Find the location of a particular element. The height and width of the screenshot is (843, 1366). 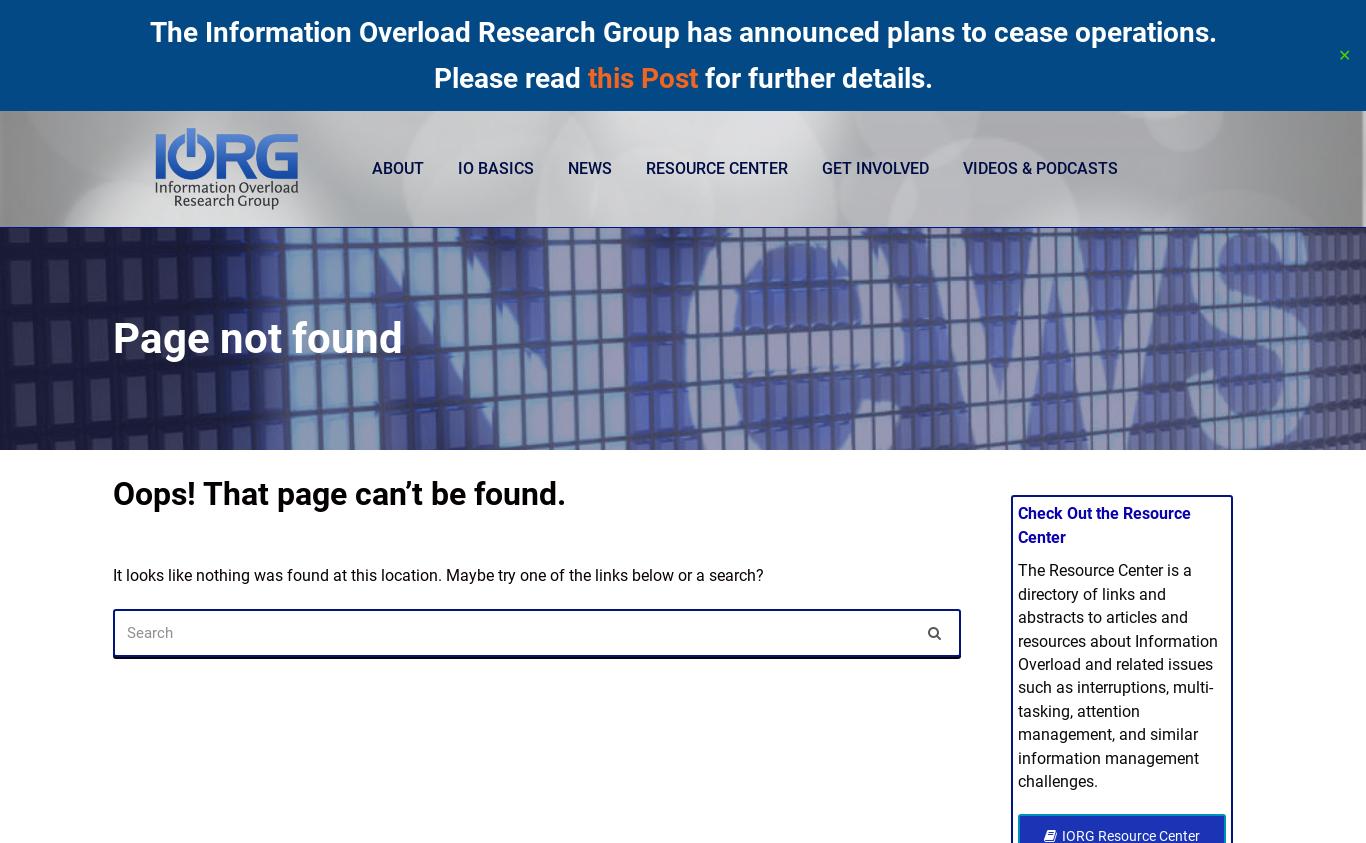

'IO Basics' is located at coordinates (495, 167).